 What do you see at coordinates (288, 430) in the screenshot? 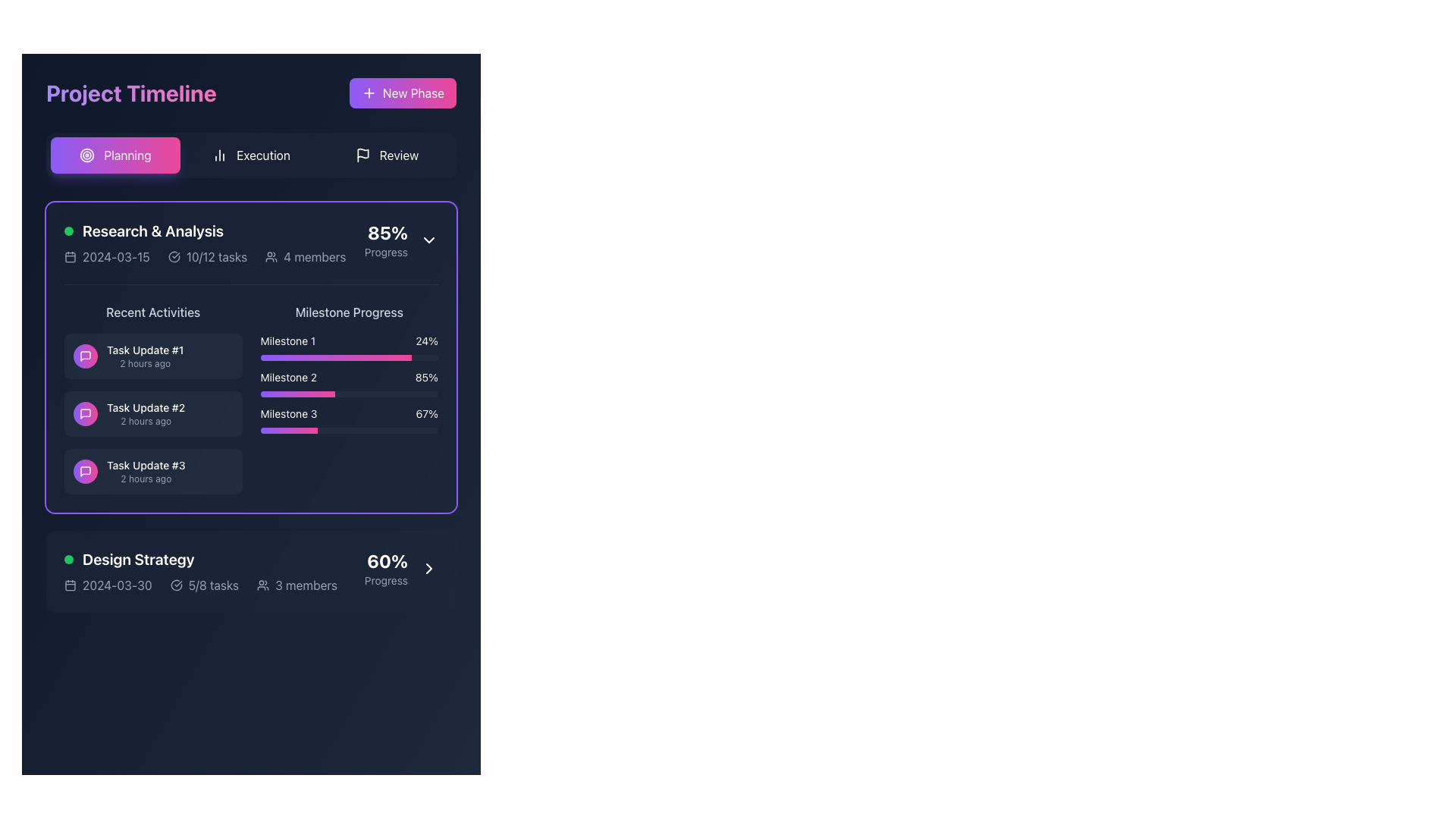
I see `the leftmost segment of the progress bar representing 'Milestone 3' in the 'Milestone Progress' section of the 'Research & Analysis' card` at bounding box center [288, 430].